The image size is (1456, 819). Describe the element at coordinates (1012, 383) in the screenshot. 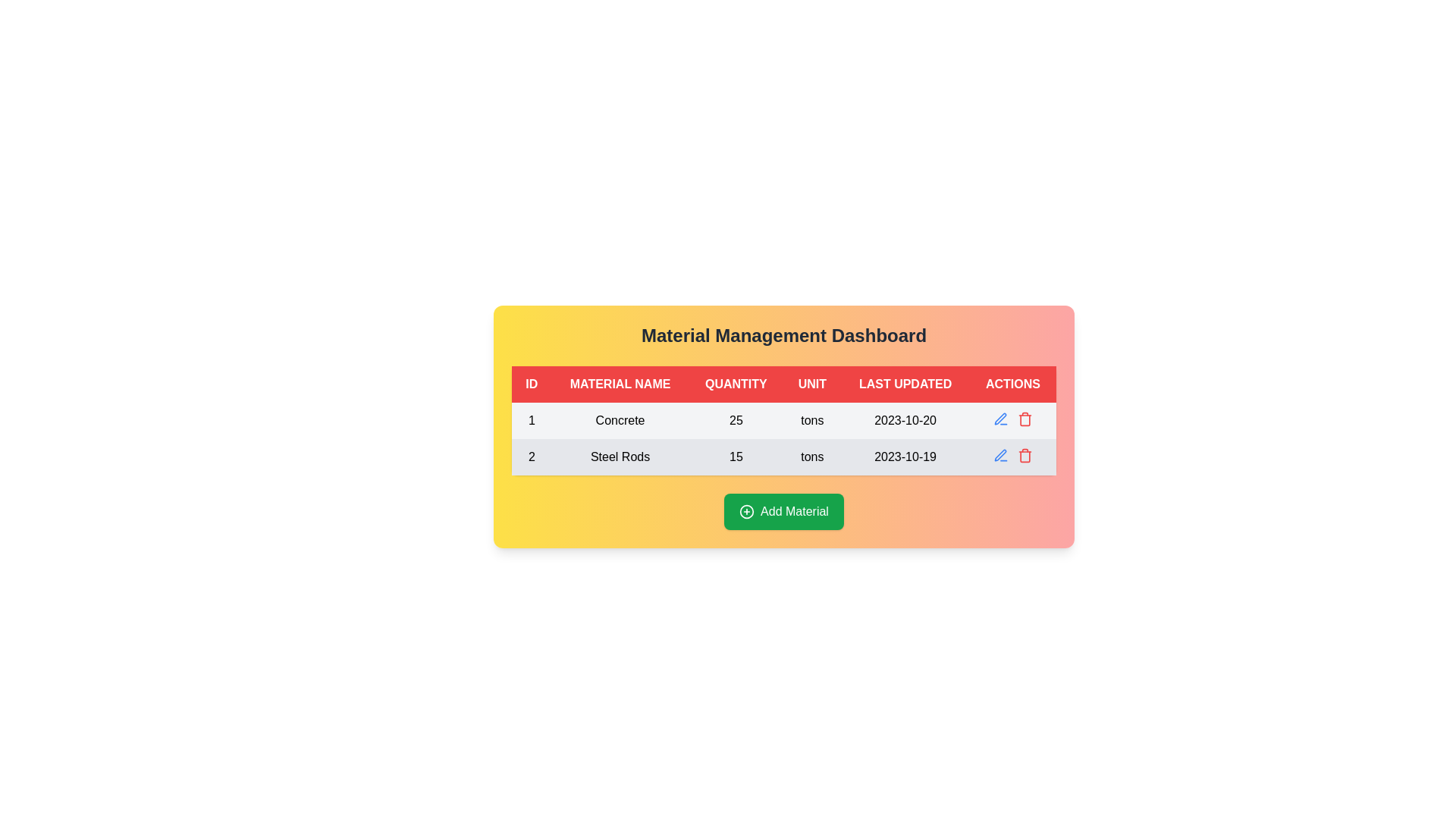

I see `the 'Actions' table header element, which is the last cell in the header row with red background and white uppercase text` at that location.